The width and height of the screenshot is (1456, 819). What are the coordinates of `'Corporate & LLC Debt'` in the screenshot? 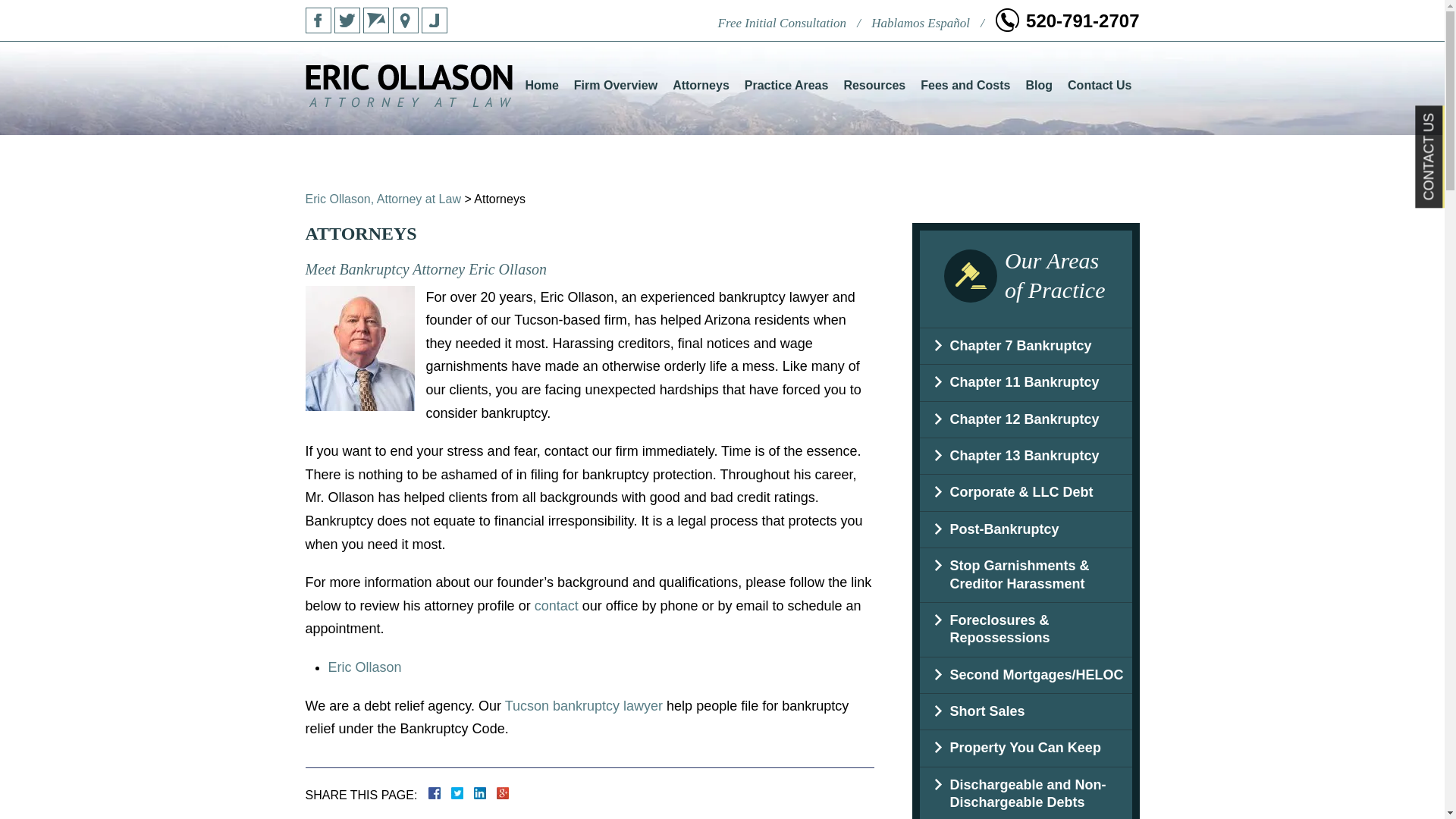 It's located at (1025, 492).